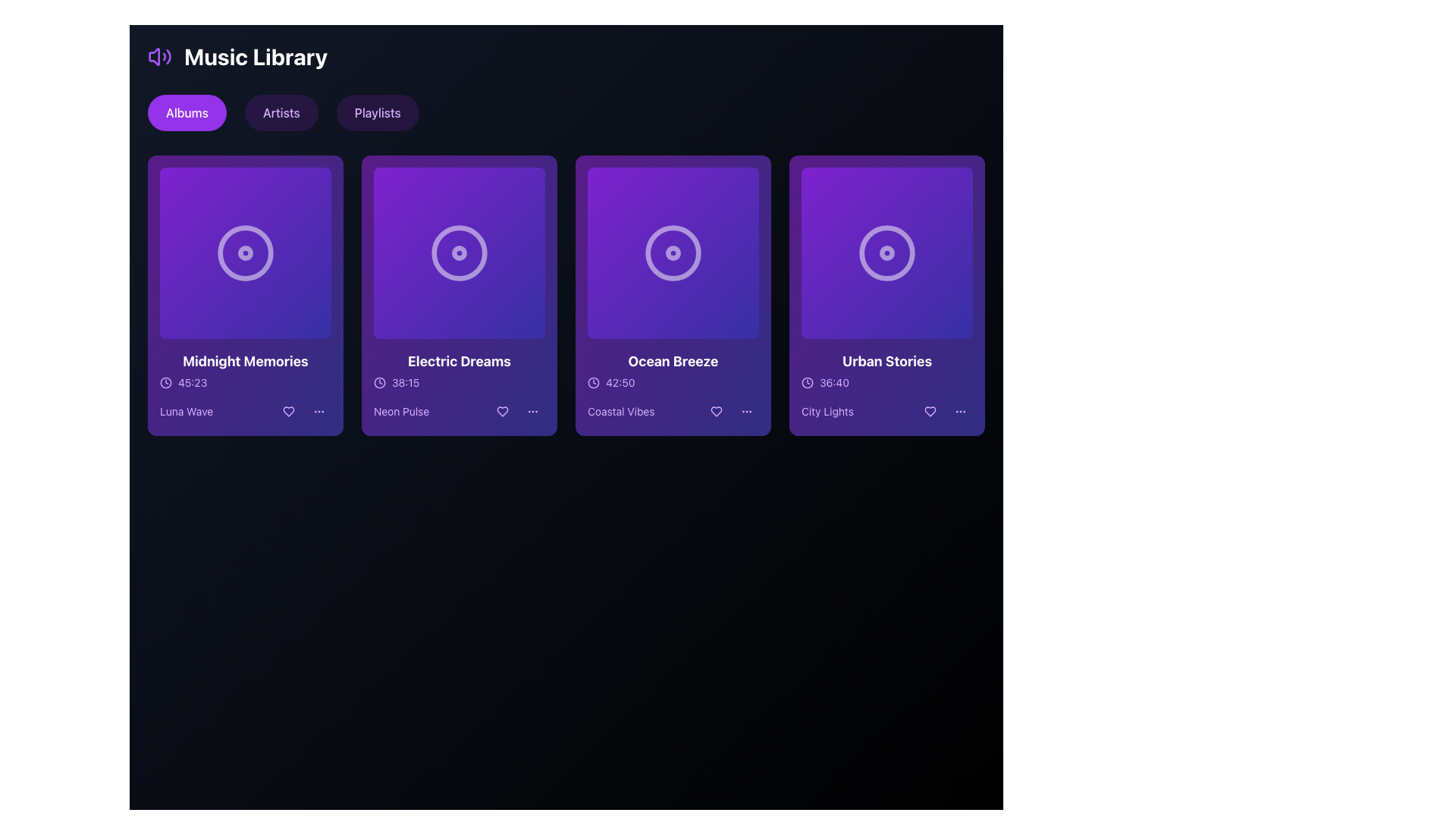 The image size is (1456, 819). Describe the element at coordinates (887, 253) in the screenshot. I see `the circular icon with two concentric circles and a solid center, located centrally within the fourth album card from the left` at that location.